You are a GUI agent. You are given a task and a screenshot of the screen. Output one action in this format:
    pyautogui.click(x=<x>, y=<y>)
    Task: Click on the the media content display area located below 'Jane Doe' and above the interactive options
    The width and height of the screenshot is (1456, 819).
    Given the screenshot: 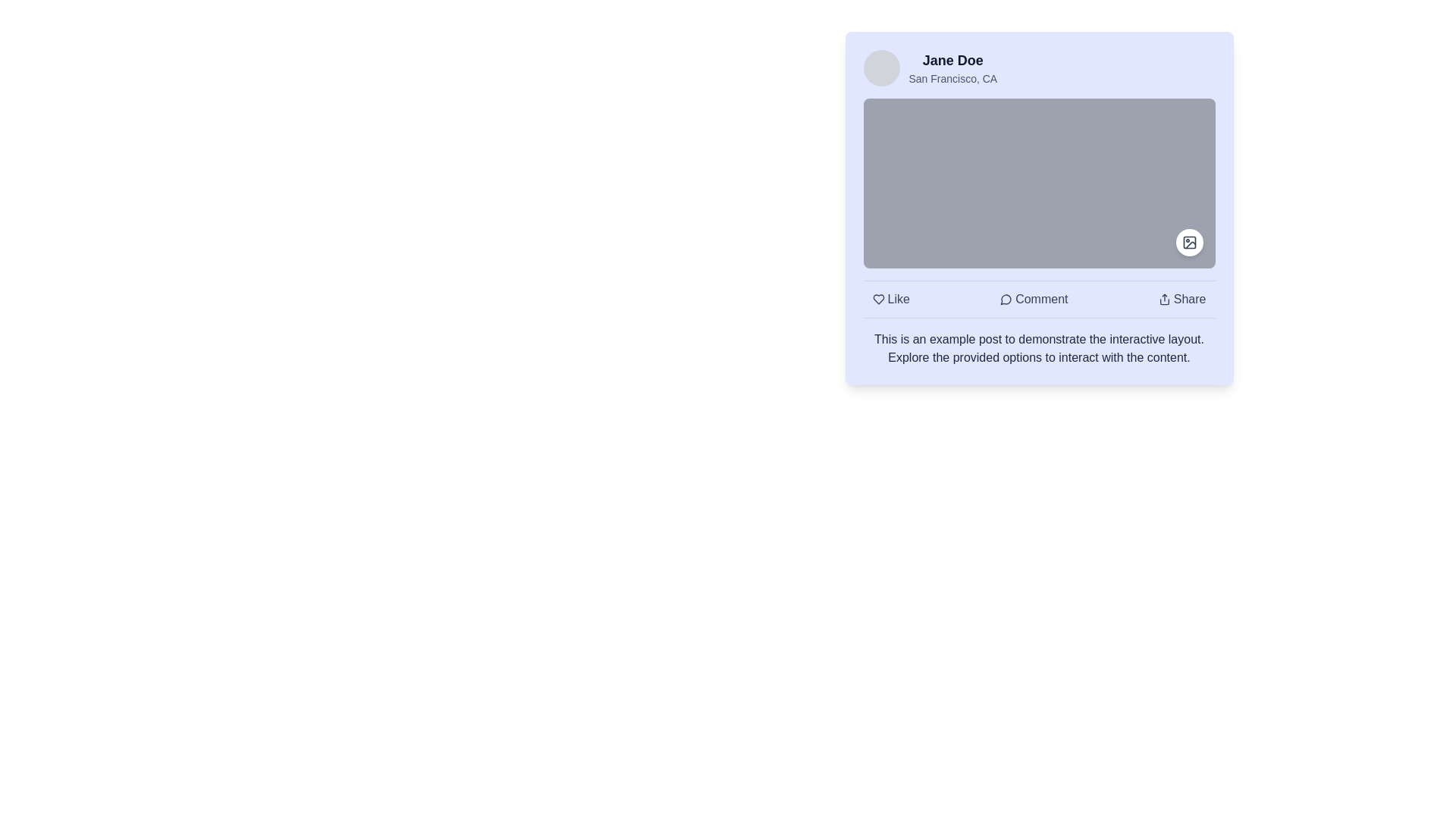 What is the action you would take?
    pyautogui.click(x=1038, y=183)
    